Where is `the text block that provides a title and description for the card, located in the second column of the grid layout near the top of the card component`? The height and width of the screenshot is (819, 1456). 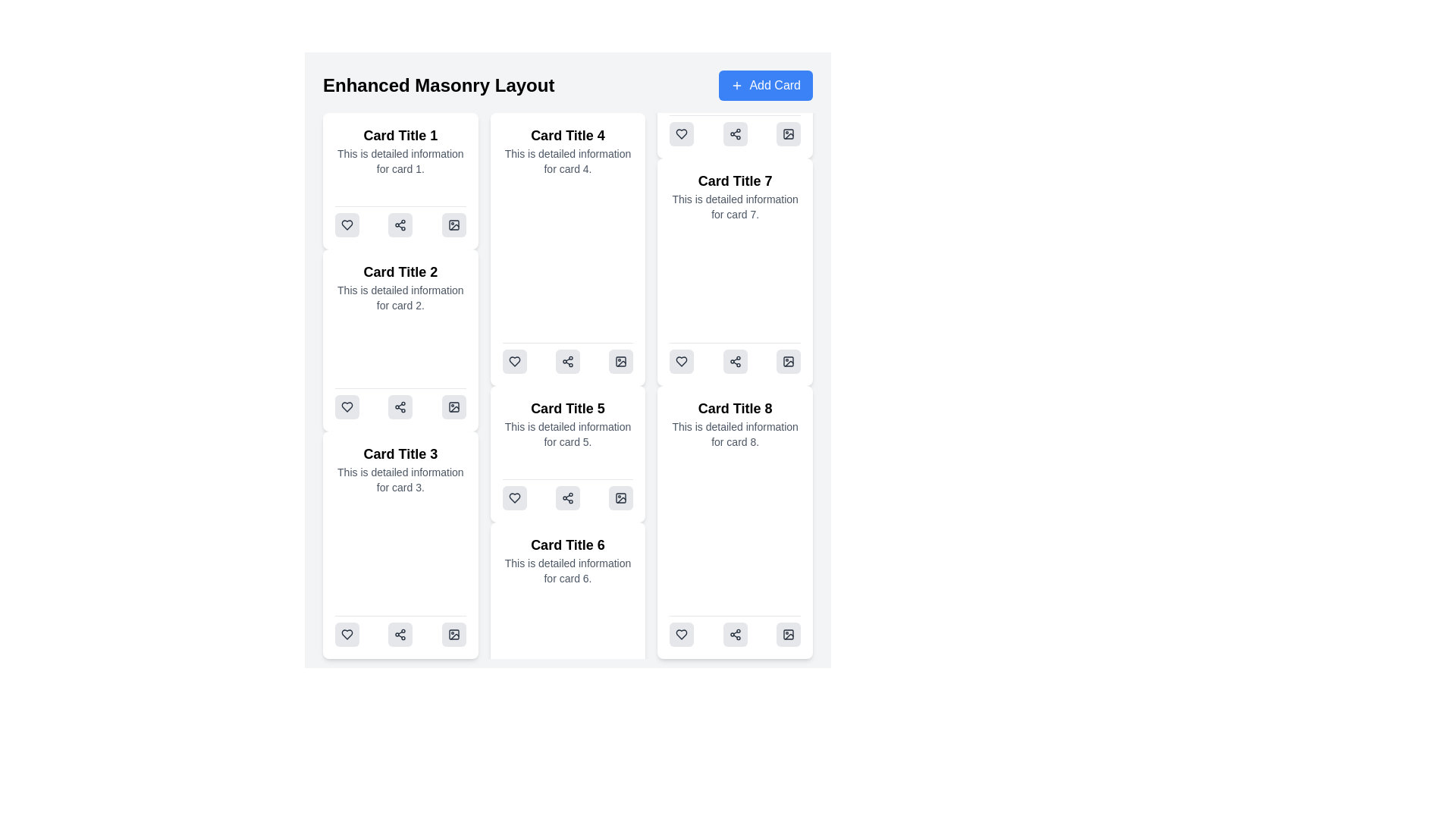 the text block that provides a title and description for the card, located in the second column of the grid layout near the top of the card component is located at coordinates (566, 151).